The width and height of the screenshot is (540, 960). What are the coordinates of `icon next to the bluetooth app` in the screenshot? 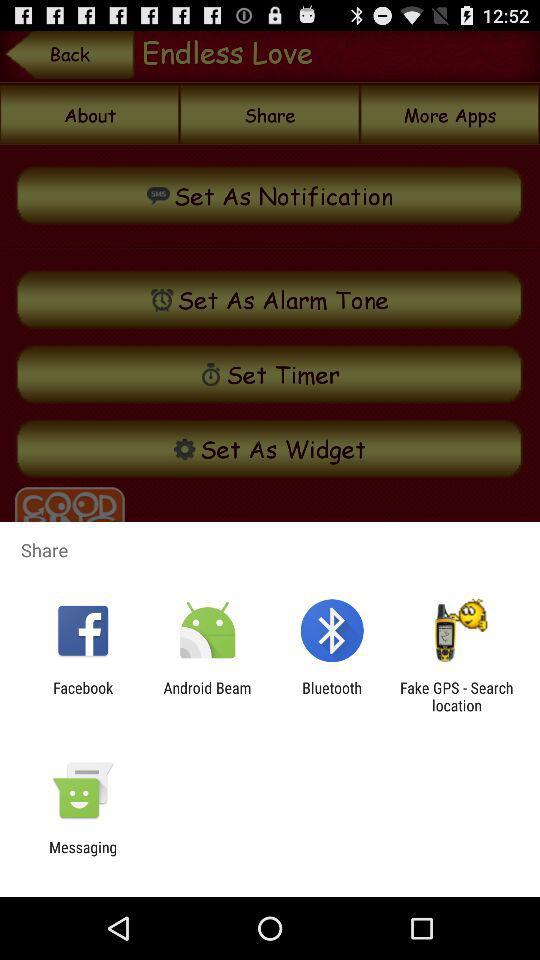 It's located at (206, 696).